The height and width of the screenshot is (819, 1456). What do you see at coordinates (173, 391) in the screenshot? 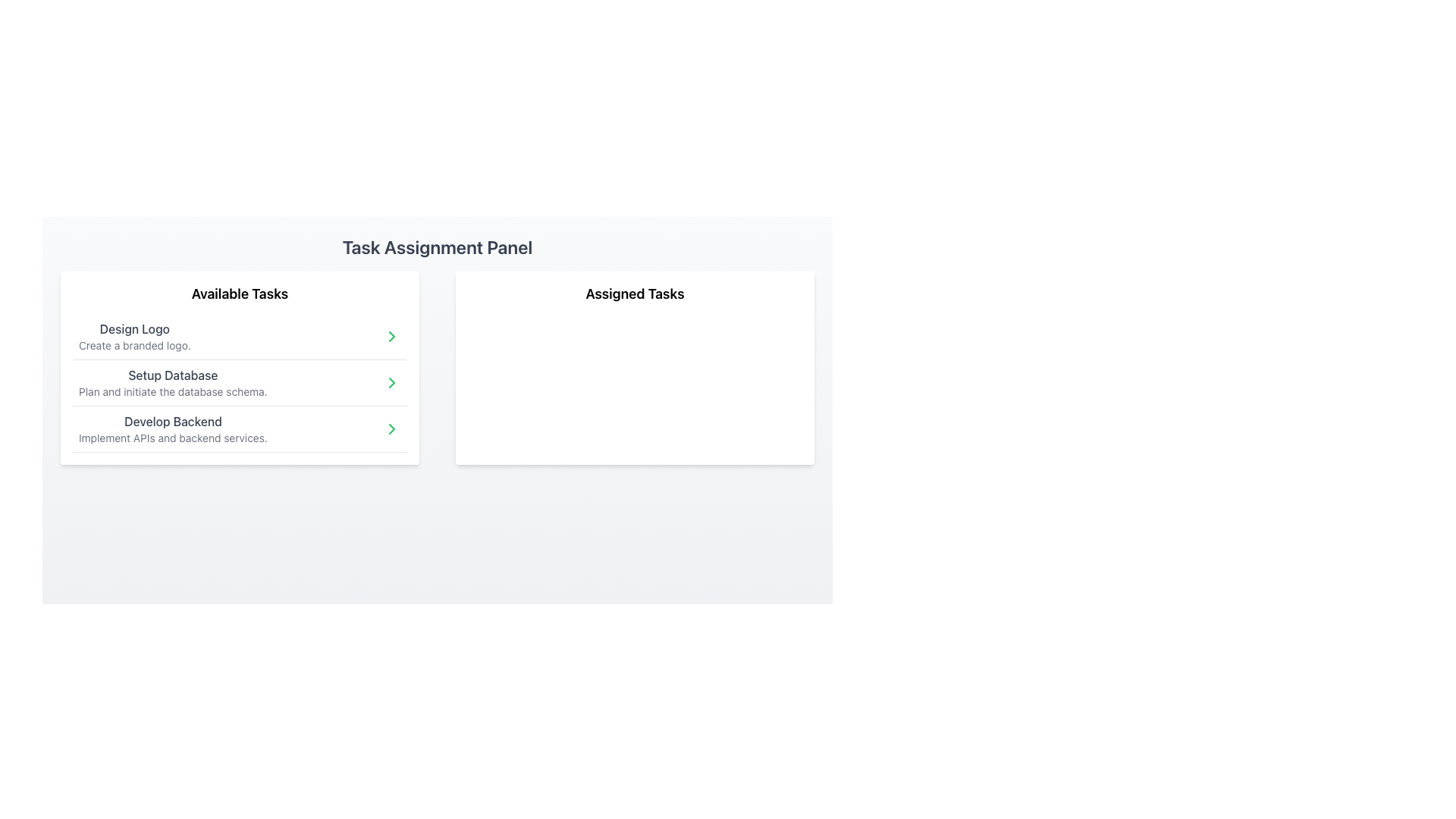
I see `descriptive text of the label located in the middle of the left panel 'Available Tasks' under the 'Setup Database' entry, which provides additional details about the task 'Setup Database.'` at bounding box center [173, 391].